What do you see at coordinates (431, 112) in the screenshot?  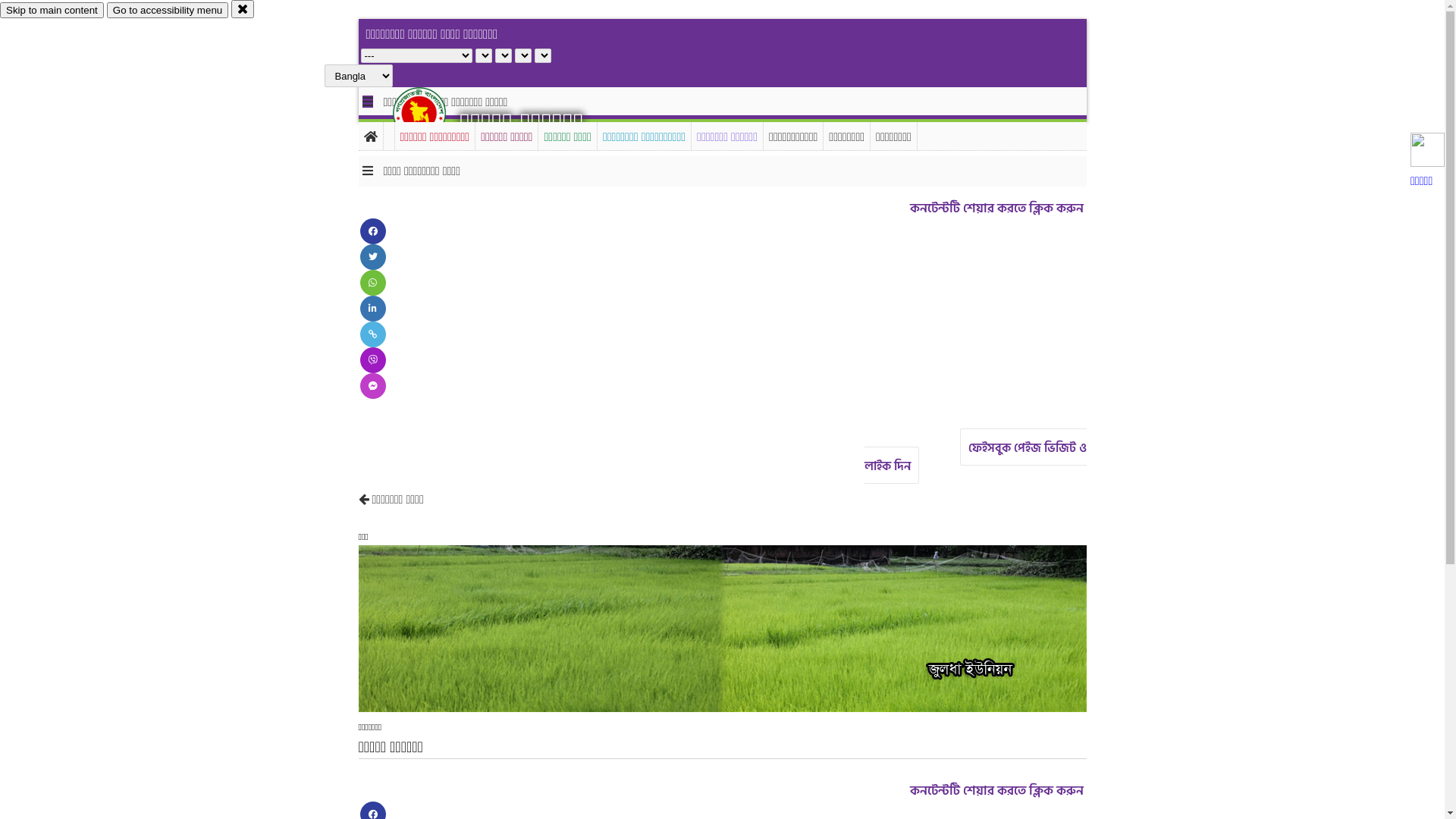 I see `'` at bounding box center [431, 112].